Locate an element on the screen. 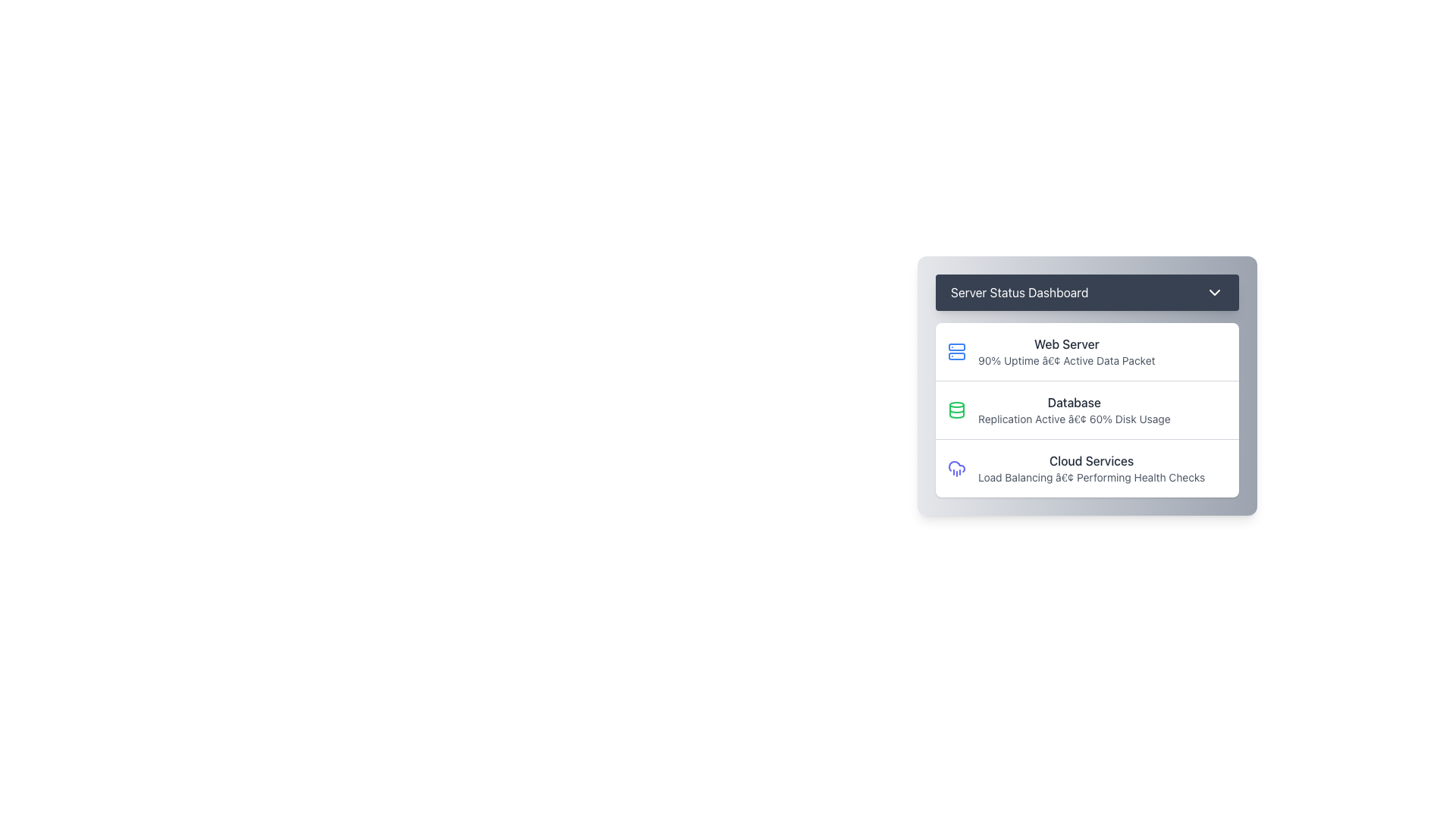 The height and width of the screenshot is (819, 1456). information displayed in the 'Web Server' text block which includes 'Web Server' and '90% Uptime • Active Data Packet' is located at coordinates (1065, 351).